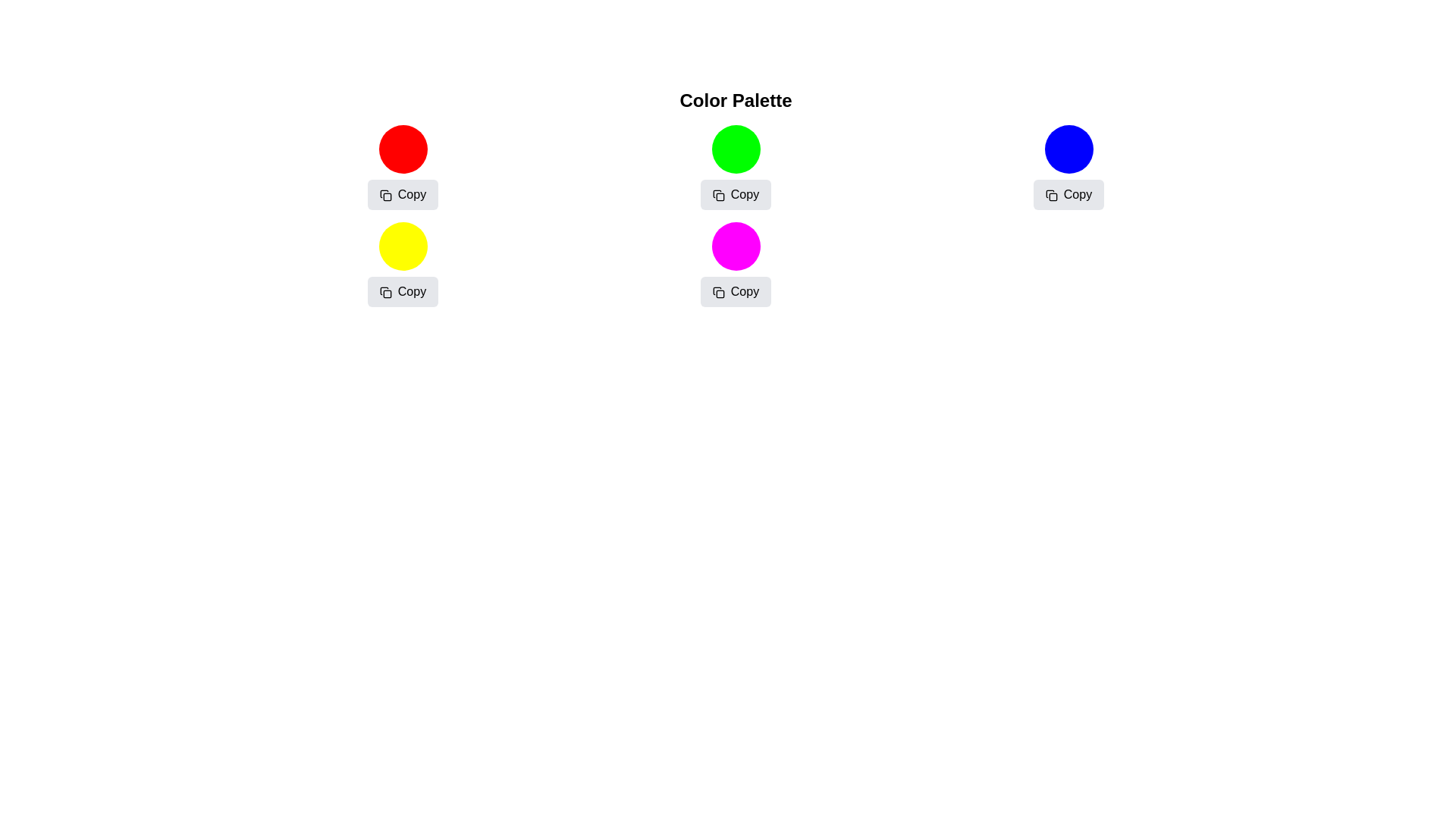 This screenshot has width=1456, height=819. What do you see at coordinates (403, 194) in the screenshot?
I see `the 'Copy' button, which has a light gray background and is located in the middle section of the interface below a red circular icon` at bounding box center [403, 194].